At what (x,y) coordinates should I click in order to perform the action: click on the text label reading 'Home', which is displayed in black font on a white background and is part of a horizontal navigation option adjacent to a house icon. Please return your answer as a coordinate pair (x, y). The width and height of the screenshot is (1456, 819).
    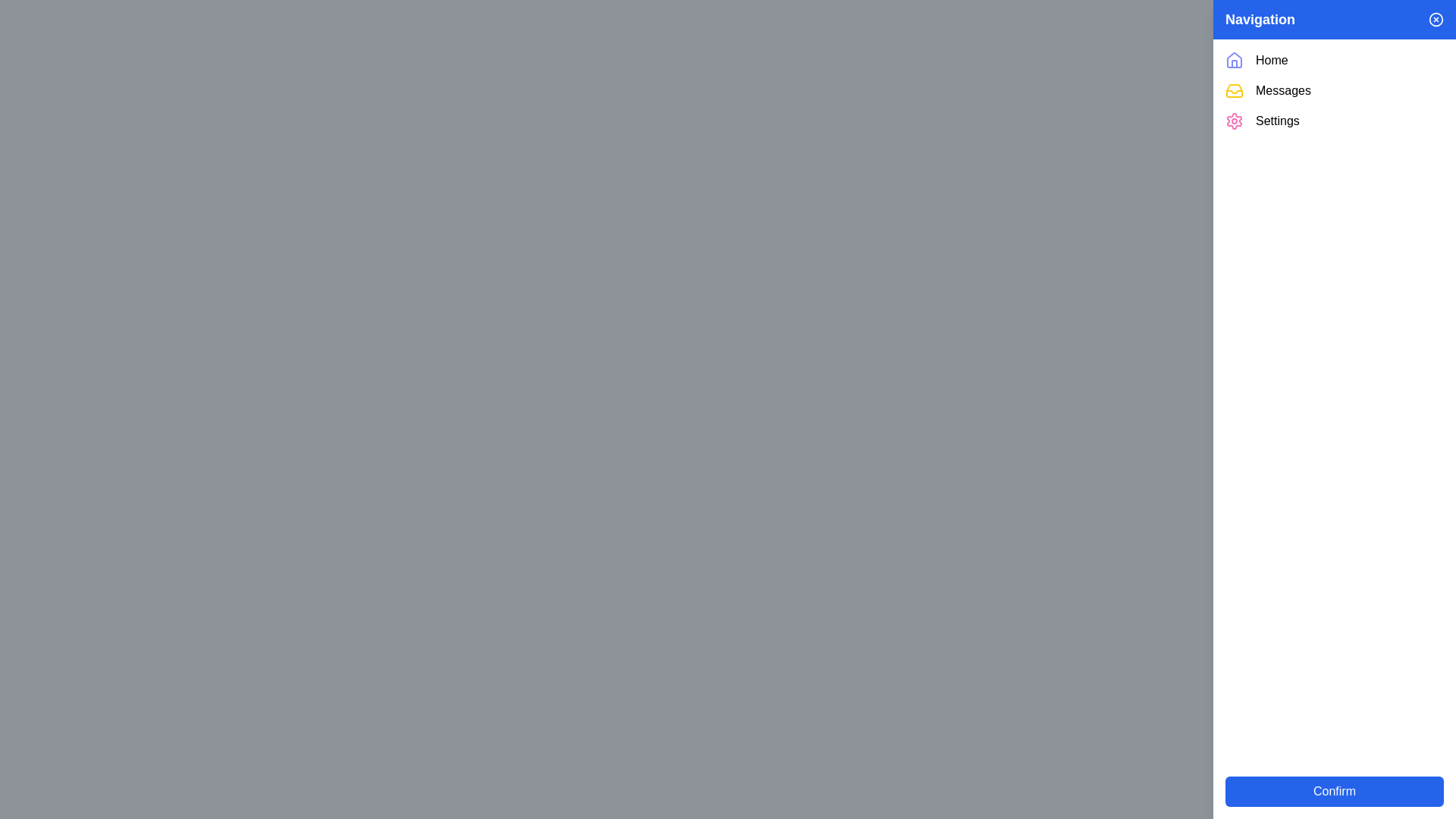
    Looking at the image, I should click on (1272, 60).